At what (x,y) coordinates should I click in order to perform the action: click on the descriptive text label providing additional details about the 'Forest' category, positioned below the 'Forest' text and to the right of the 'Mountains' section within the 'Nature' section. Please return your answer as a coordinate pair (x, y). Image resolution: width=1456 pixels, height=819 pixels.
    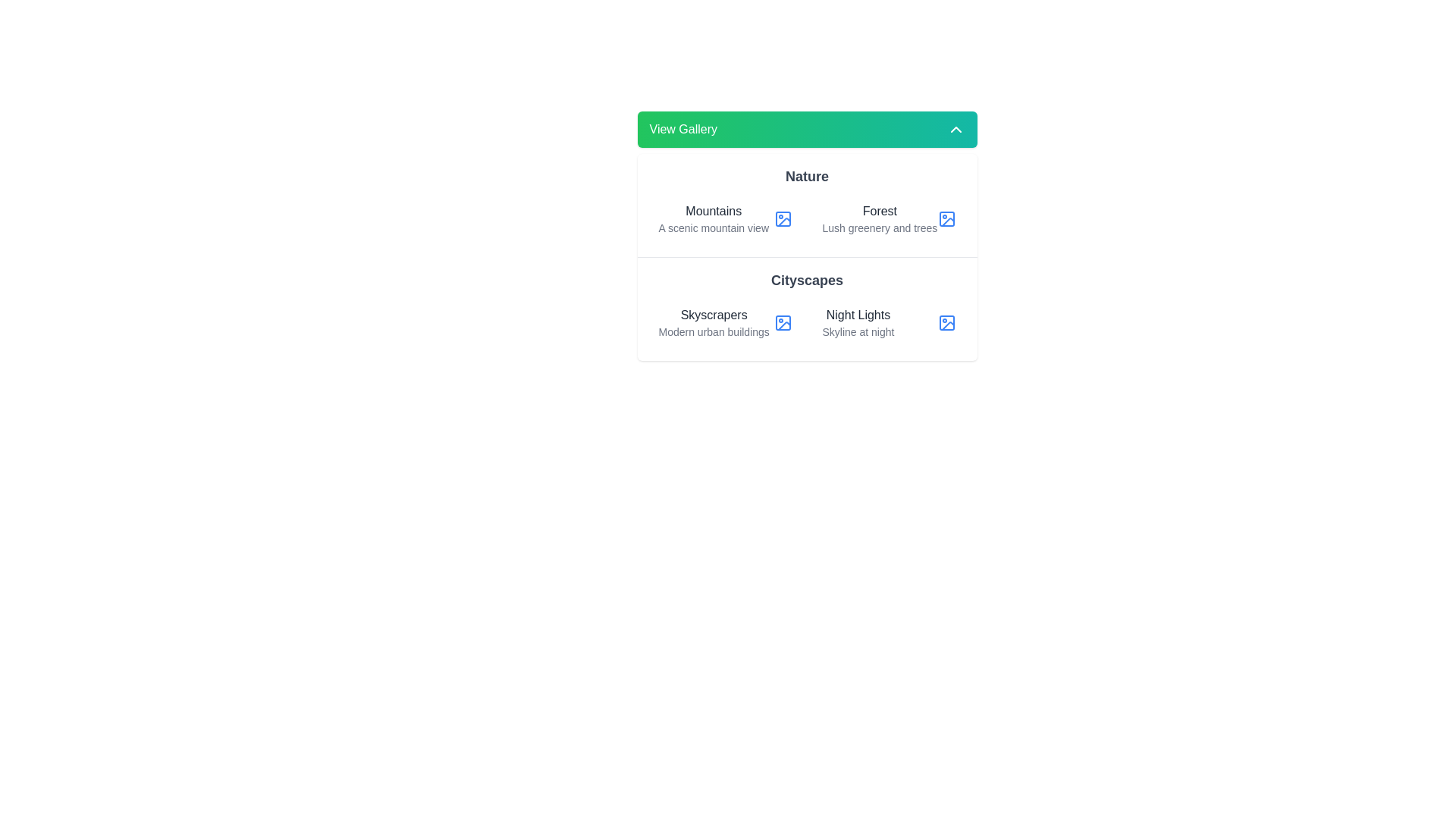
    Looking at the image, I should click on (880, 227).